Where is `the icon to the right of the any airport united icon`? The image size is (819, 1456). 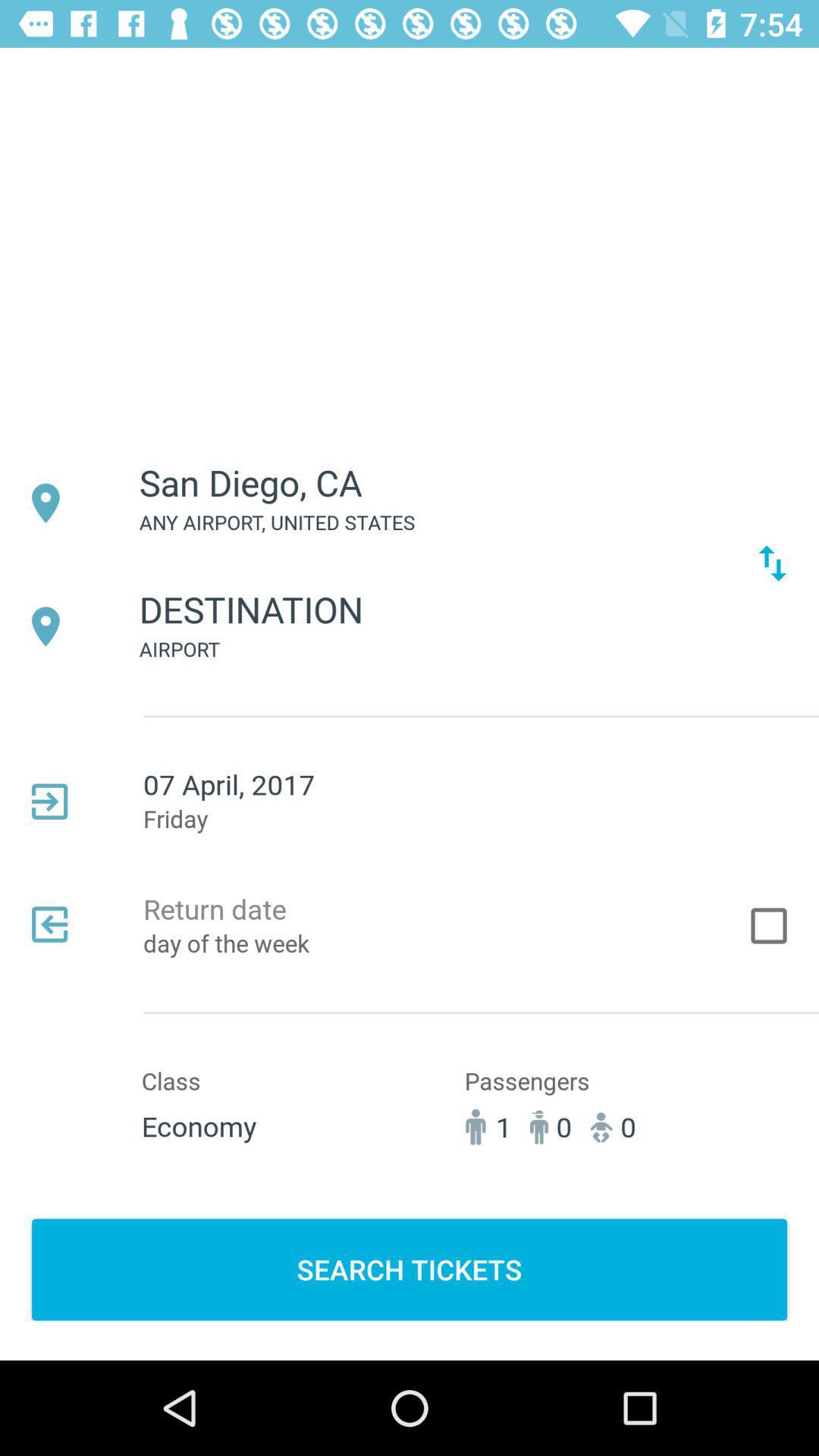
the icon to the right of the any airport united icon is located at coordinates (772, 562).